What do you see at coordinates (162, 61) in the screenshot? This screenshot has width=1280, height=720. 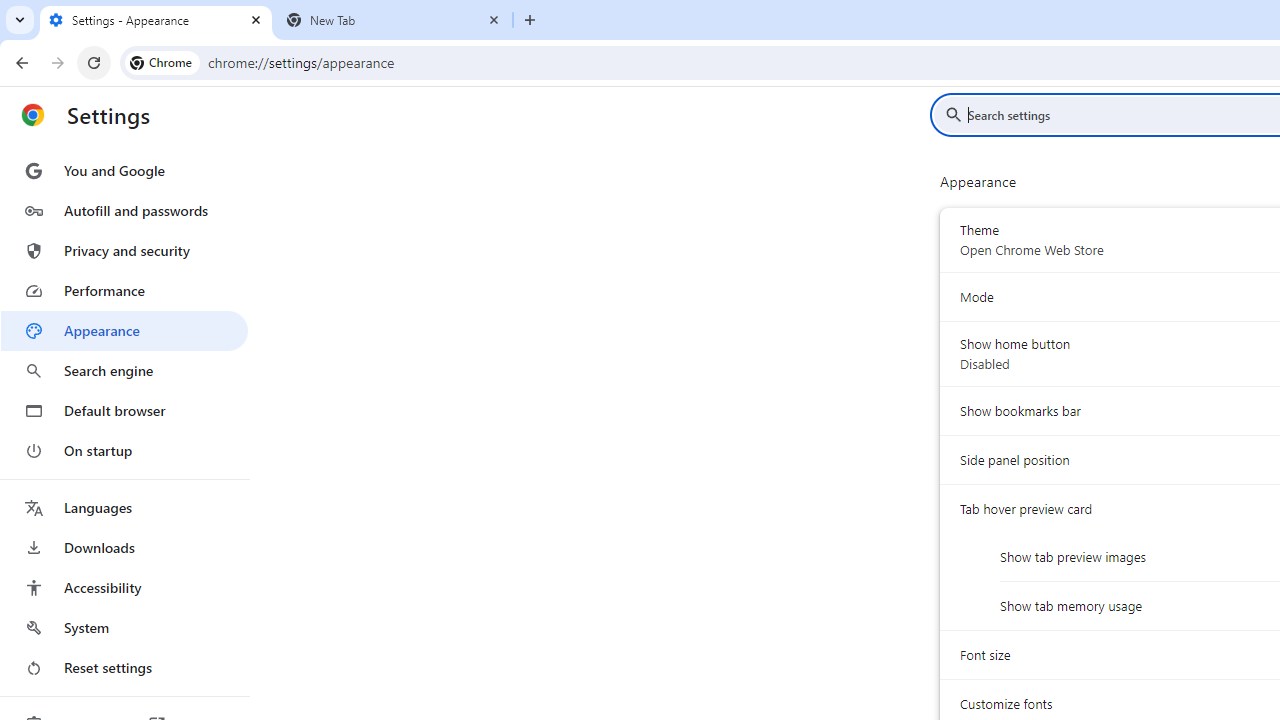 I see `'Chrome'` at bounding box center [162, 61].